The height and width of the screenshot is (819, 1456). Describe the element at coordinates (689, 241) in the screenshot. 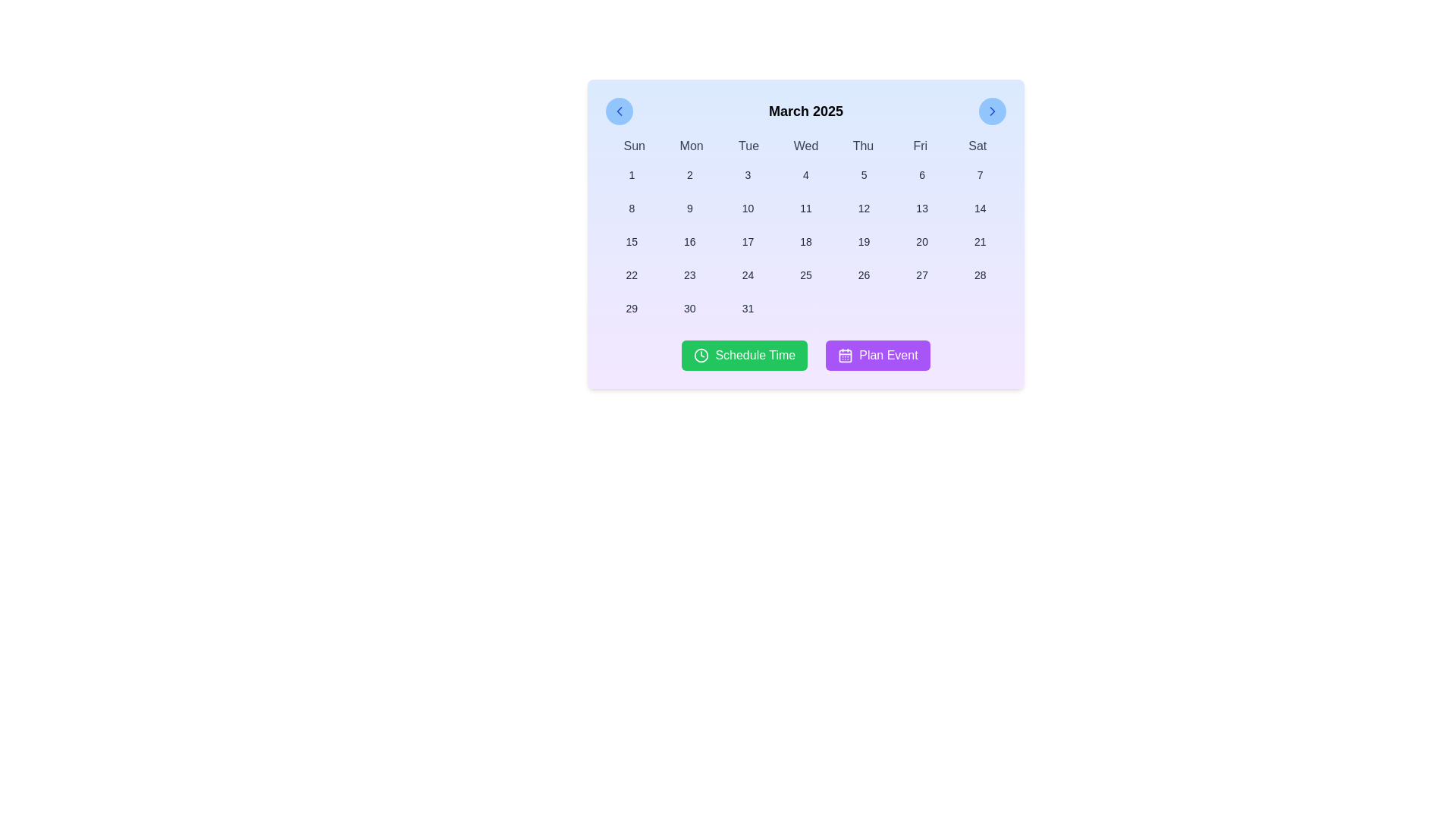

I see `the calendar date cell displaying the number '16', located in the third row and second column of the calendar grid` at that location.